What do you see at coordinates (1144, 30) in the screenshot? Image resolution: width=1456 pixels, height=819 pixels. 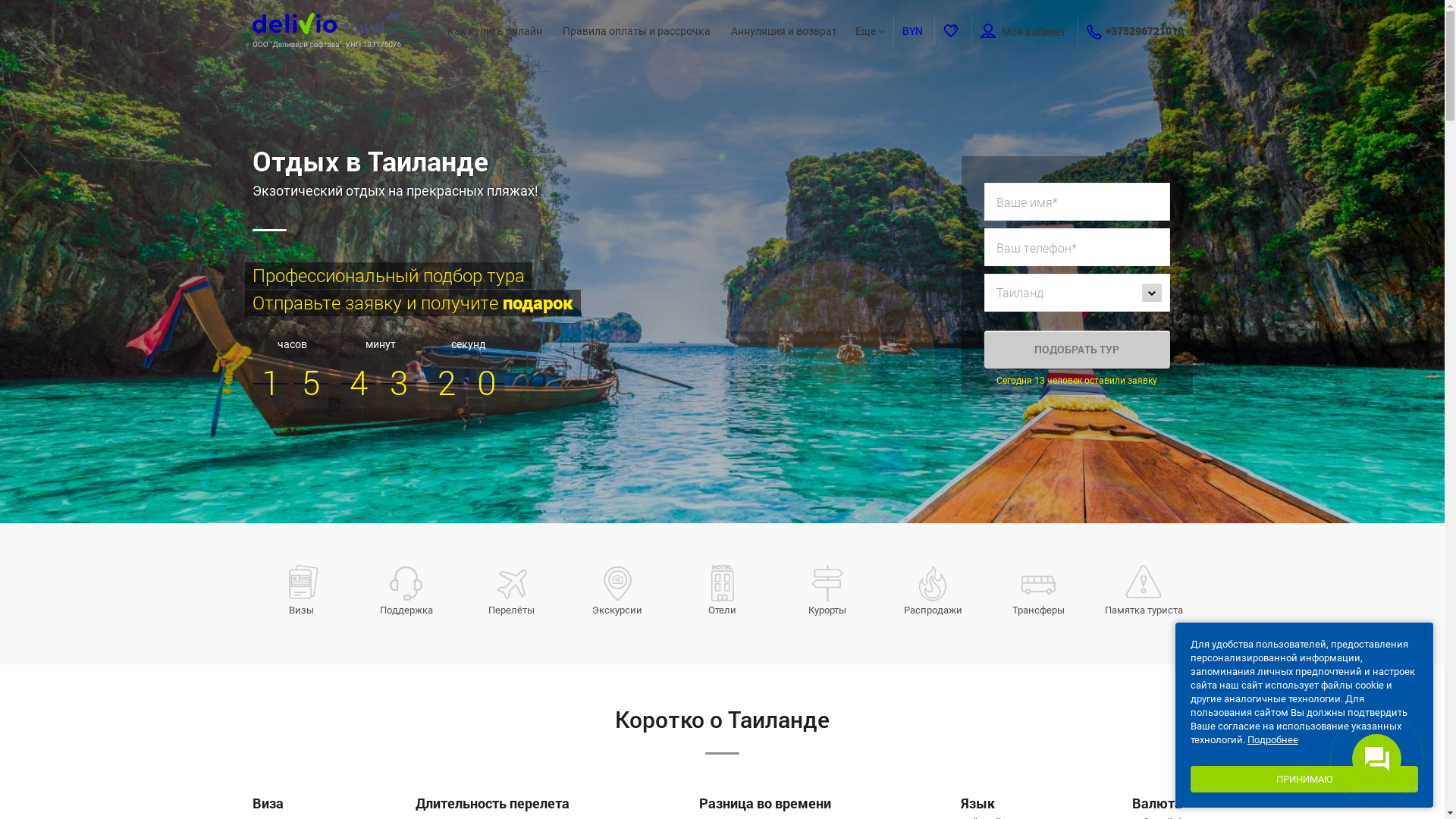 I see `'+375296721010'` at bounding box center [1144, 30].